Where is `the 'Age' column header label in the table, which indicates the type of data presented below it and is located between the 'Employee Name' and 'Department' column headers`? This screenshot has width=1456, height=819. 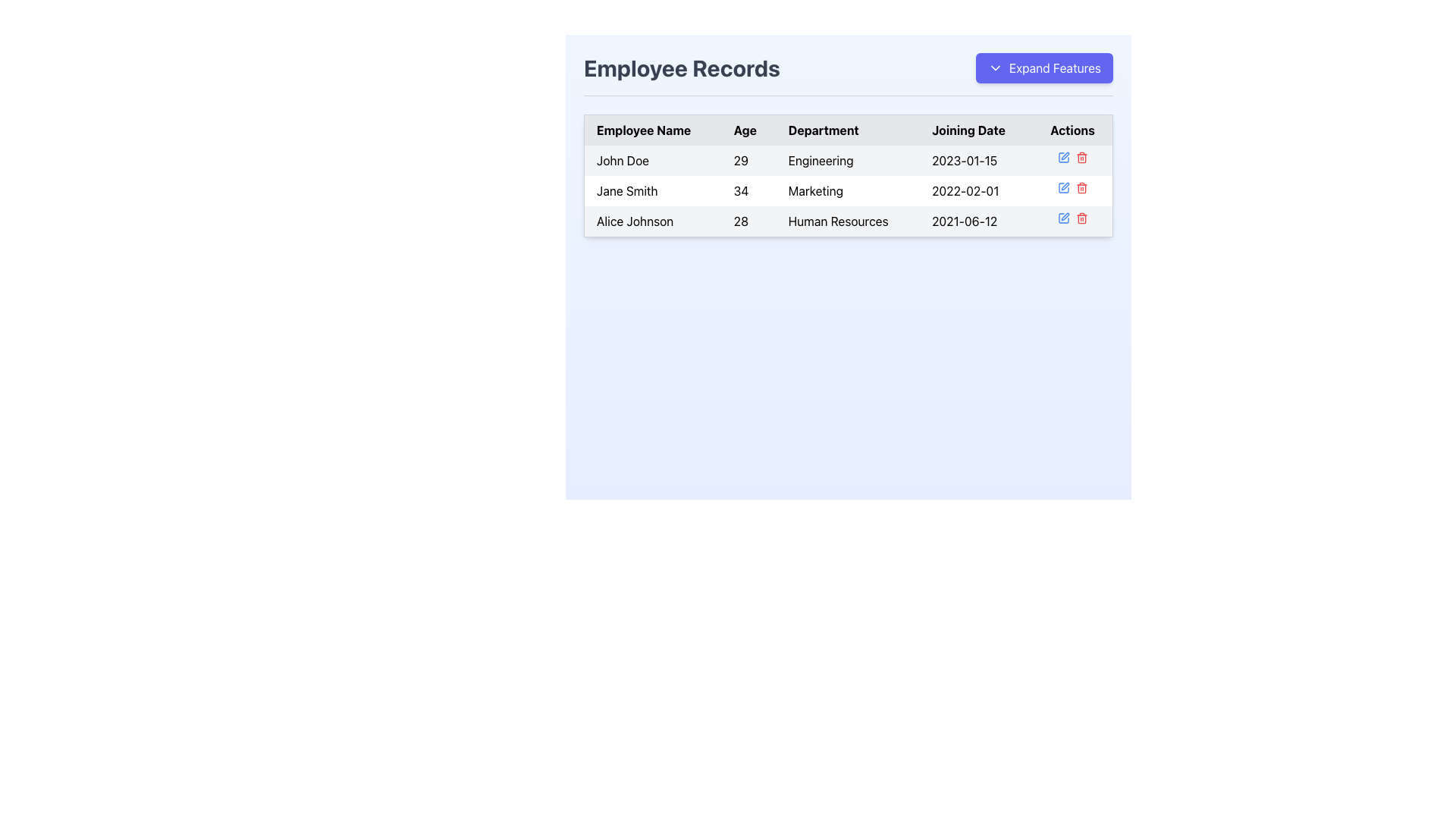 the 'Age' column header label in the table, which indicates the type of data presented below it and is located between the 'Employee Name' and 'Department' column headers is located at coordinates (748, 129).